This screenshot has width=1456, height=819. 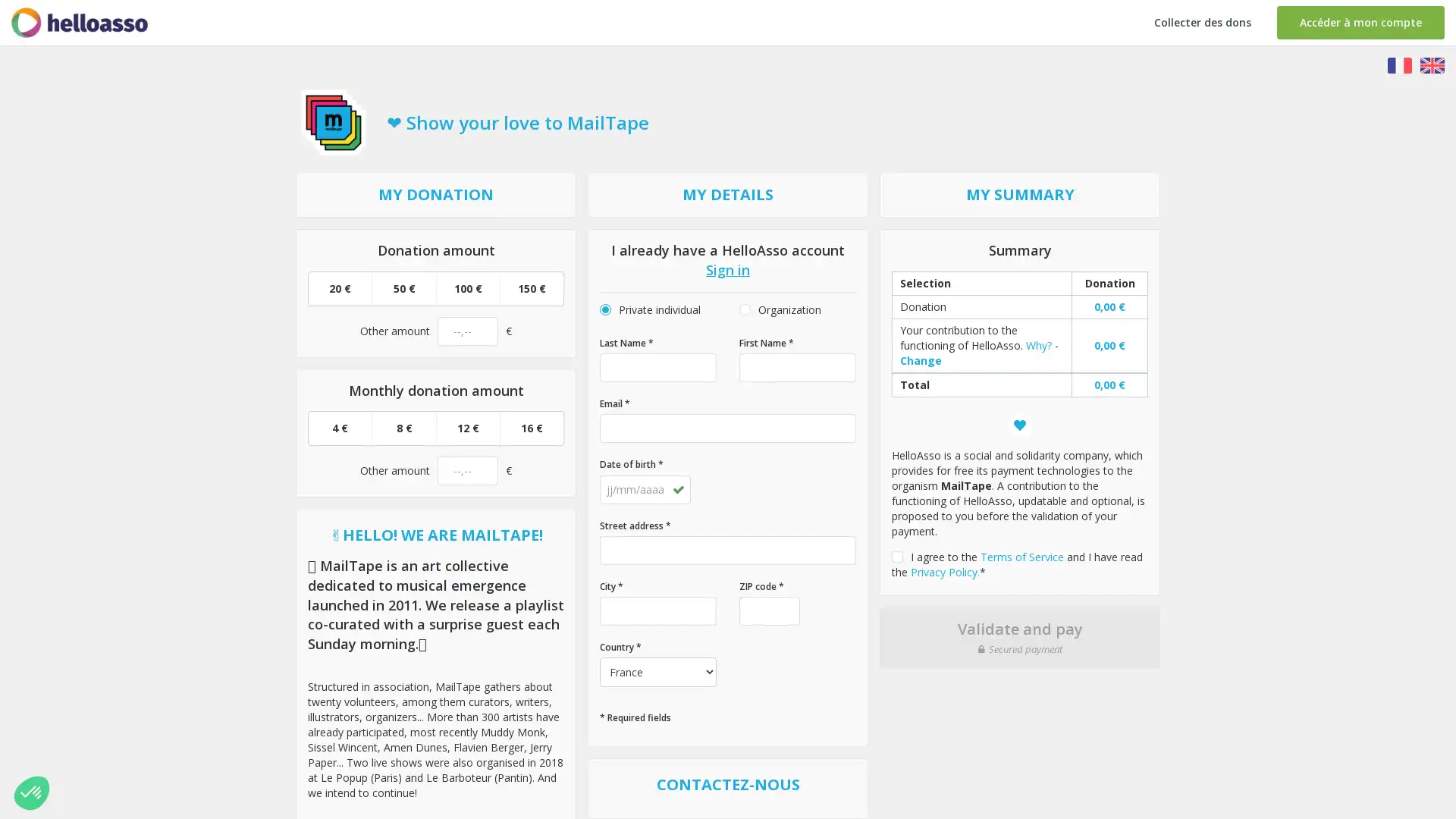 I want to click on Parametrer, so click(x=174, y=742).